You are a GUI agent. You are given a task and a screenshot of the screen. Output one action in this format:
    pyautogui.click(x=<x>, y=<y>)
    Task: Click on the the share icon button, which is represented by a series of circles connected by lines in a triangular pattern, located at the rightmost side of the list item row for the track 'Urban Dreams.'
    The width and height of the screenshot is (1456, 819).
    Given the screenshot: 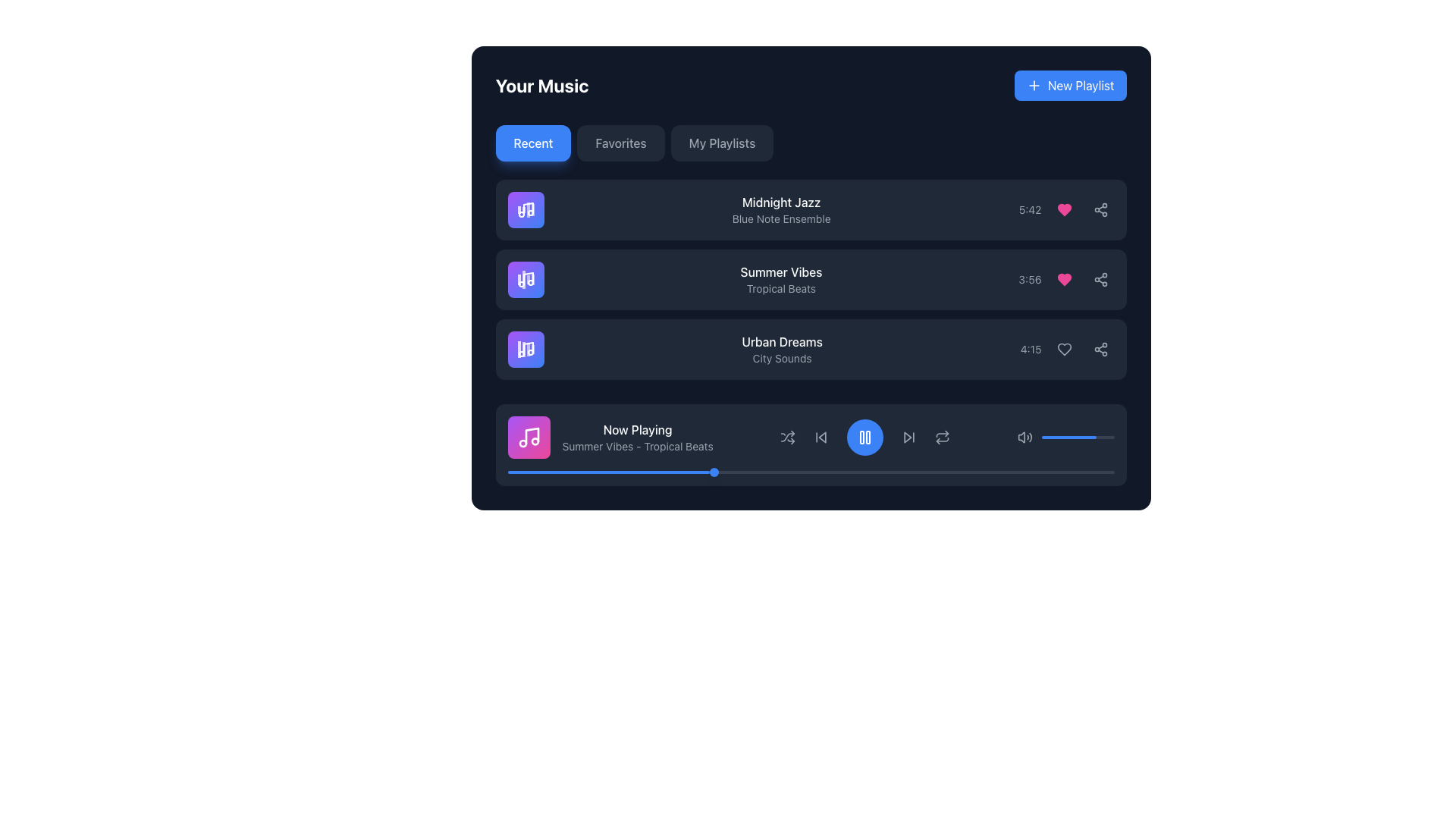 What is the action you would take?
    pyautogui.click(x=1100, y=350)
    